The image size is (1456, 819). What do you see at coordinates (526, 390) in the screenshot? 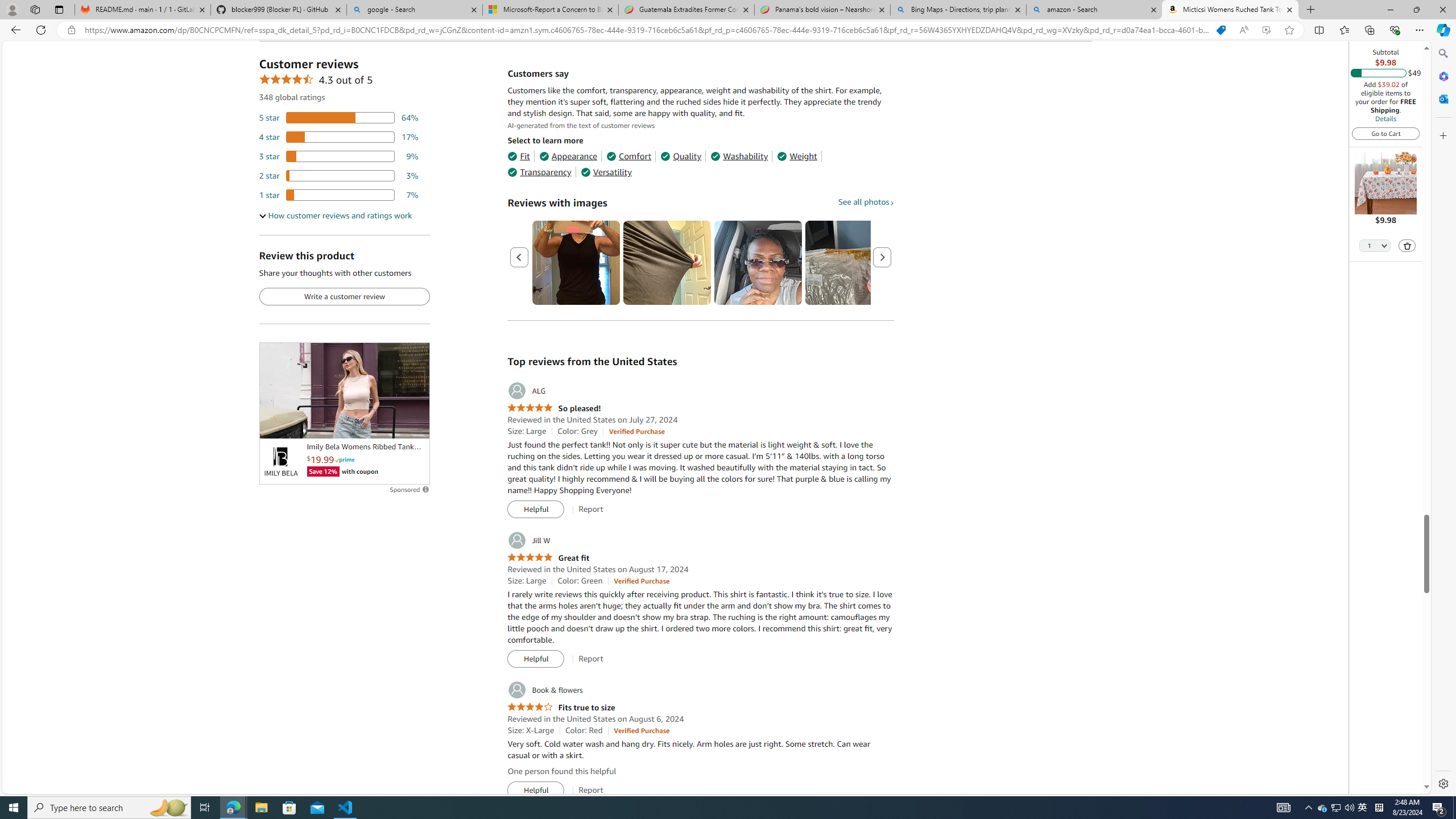
I see `'ALG'` at bounding box center [526, 390].